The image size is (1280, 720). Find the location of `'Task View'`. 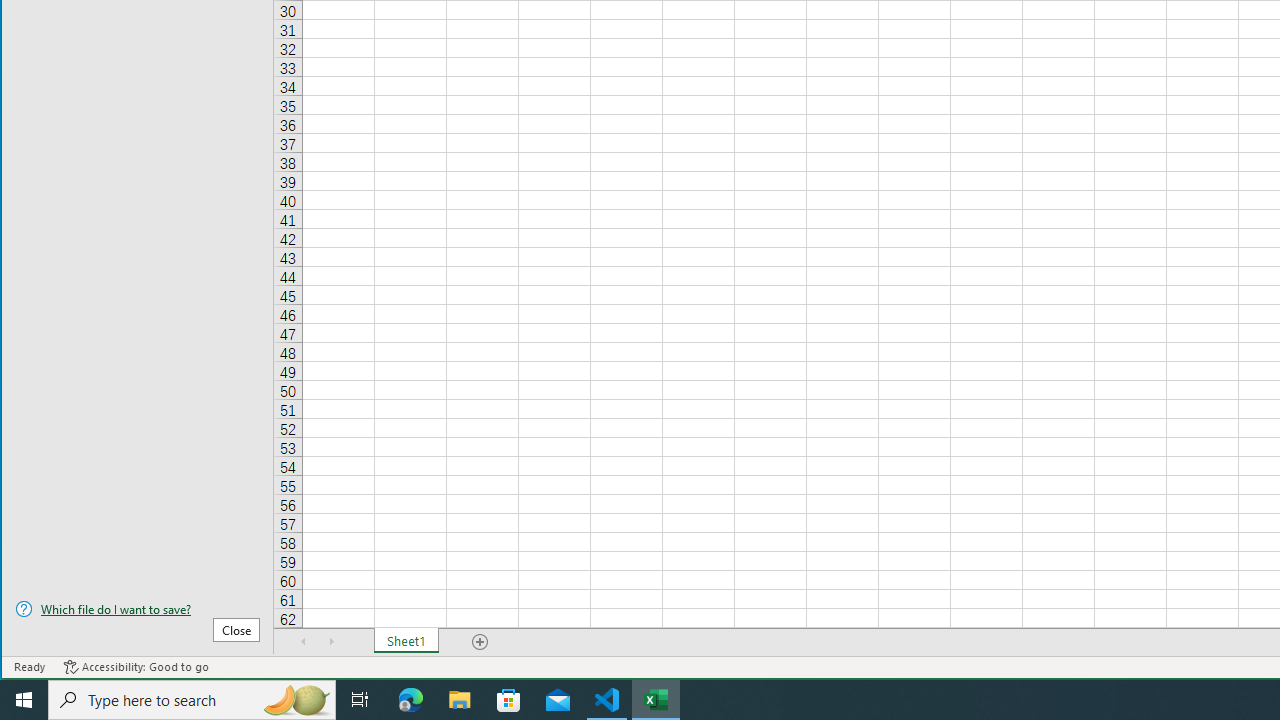

'Task View' is located at coordinates (359, 698).